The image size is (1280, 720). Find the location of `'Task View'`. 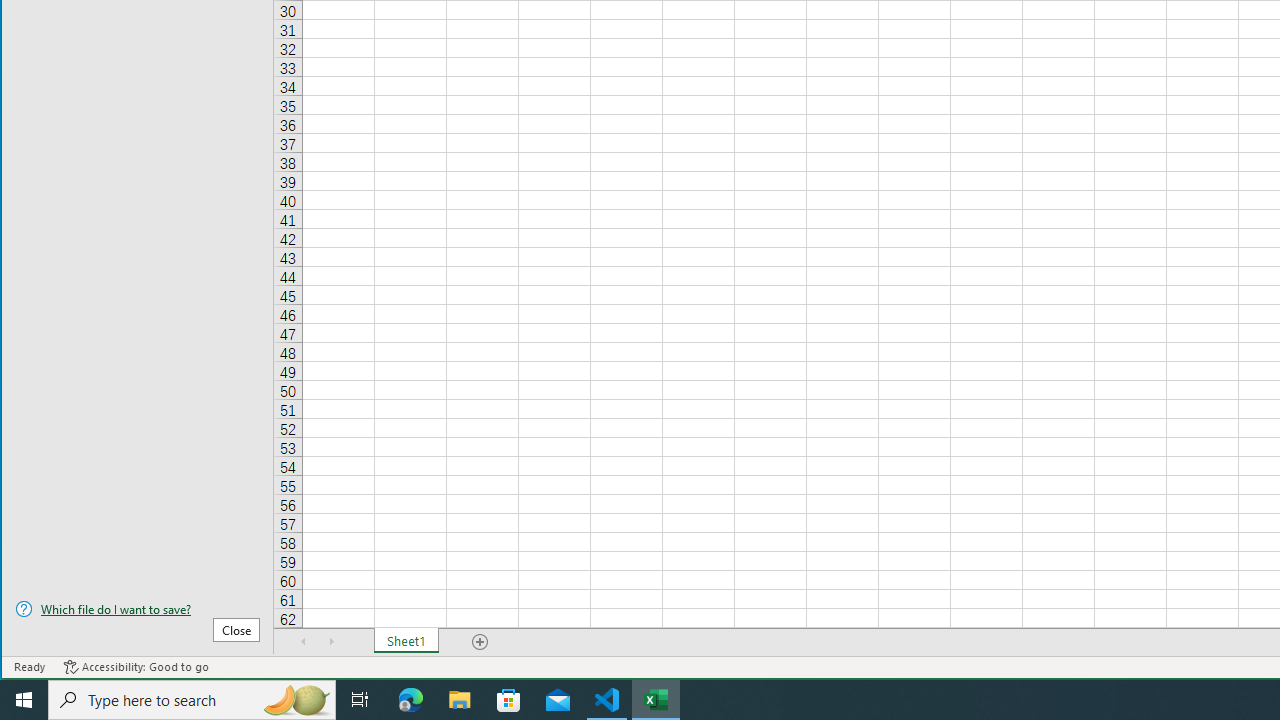

'Task View' is located at coordinates (359, 698).